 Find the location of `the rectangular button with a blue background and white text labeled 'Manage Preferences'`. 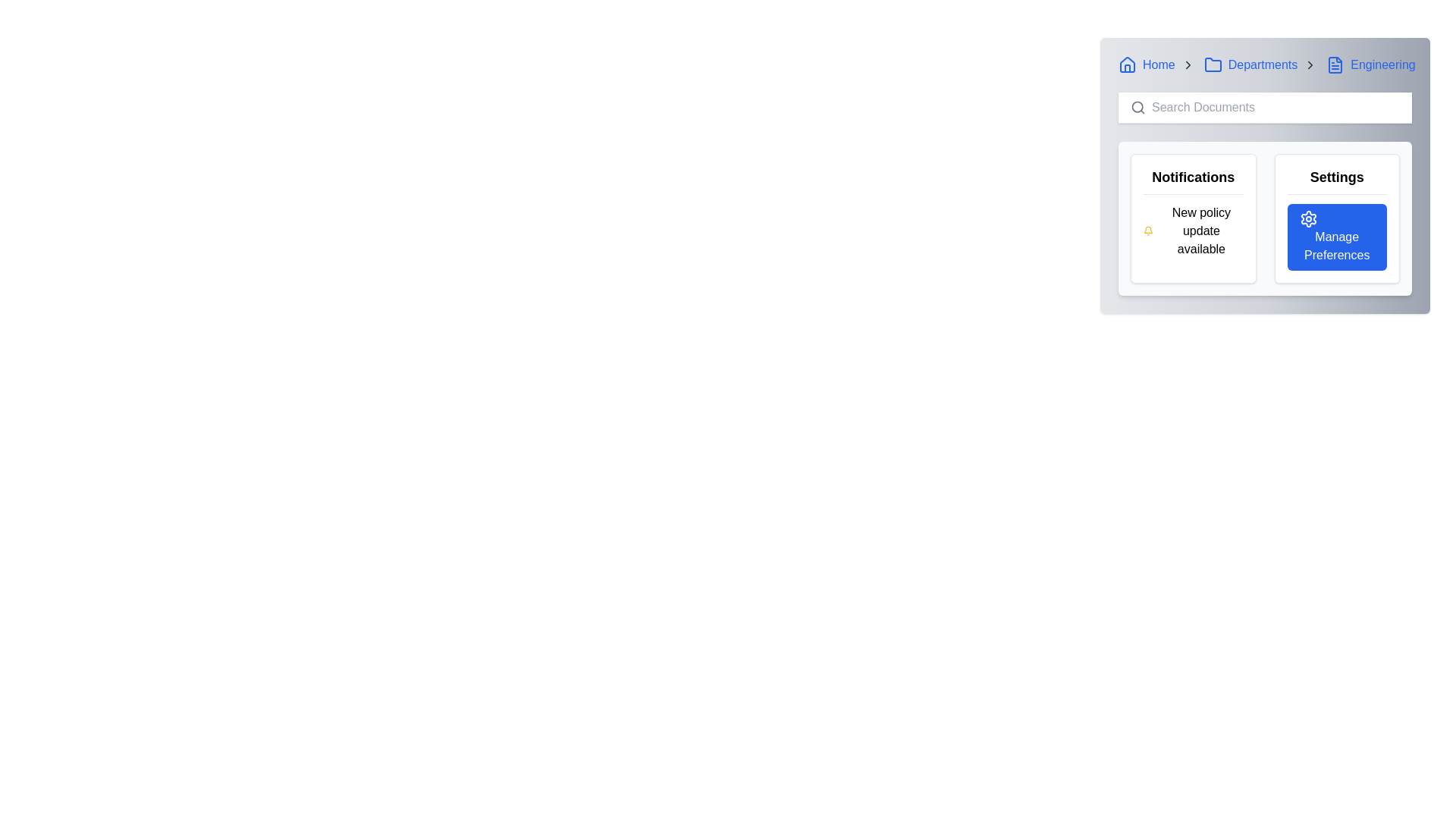

the rectangular button with a blue background and white text labeled 'Manage Preferences' is located at coordinates (1337, 237).